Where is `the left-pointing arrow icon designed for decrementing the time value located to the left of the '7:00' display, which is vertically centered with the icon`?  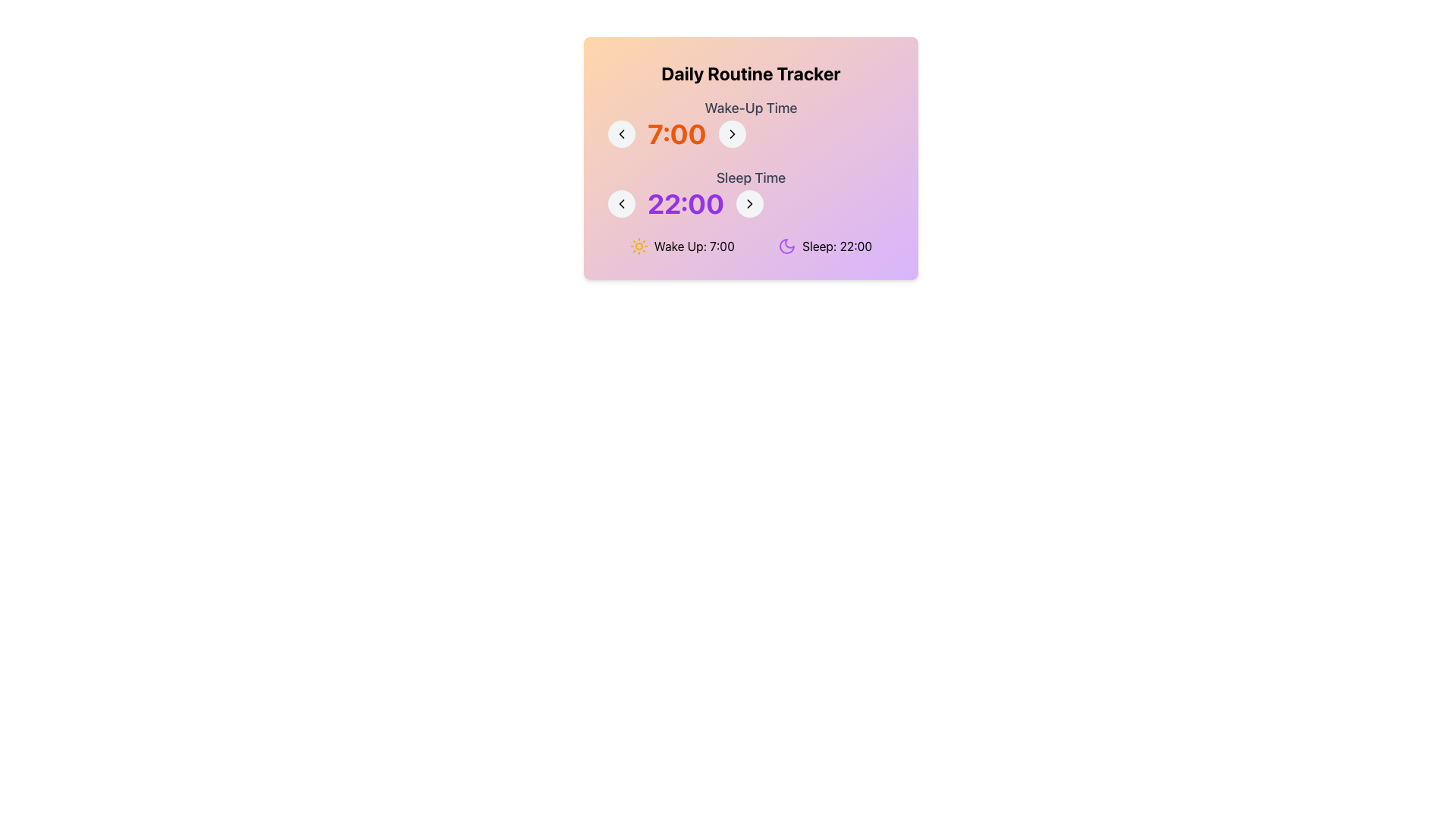
the left-pointing arrow icon designed for decrementing the time value located to the left of the '7:00' display, which is vertically centered with the icon is located at coordinates (622, 203).